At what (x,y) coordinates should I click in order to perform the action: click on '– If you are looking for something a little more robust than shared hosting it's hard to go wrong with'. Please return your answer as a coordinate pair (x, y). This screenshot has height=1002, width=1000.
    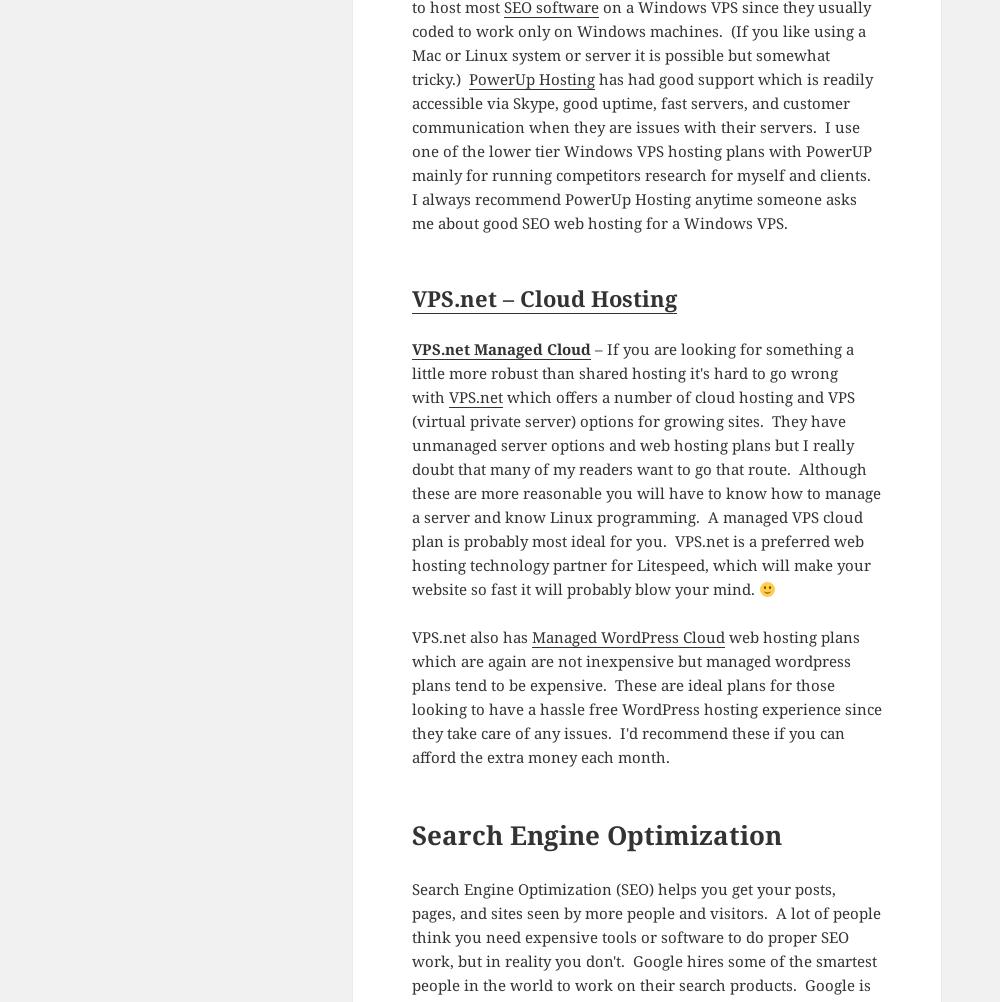
    Looking at the image, I should click on (632, 373).